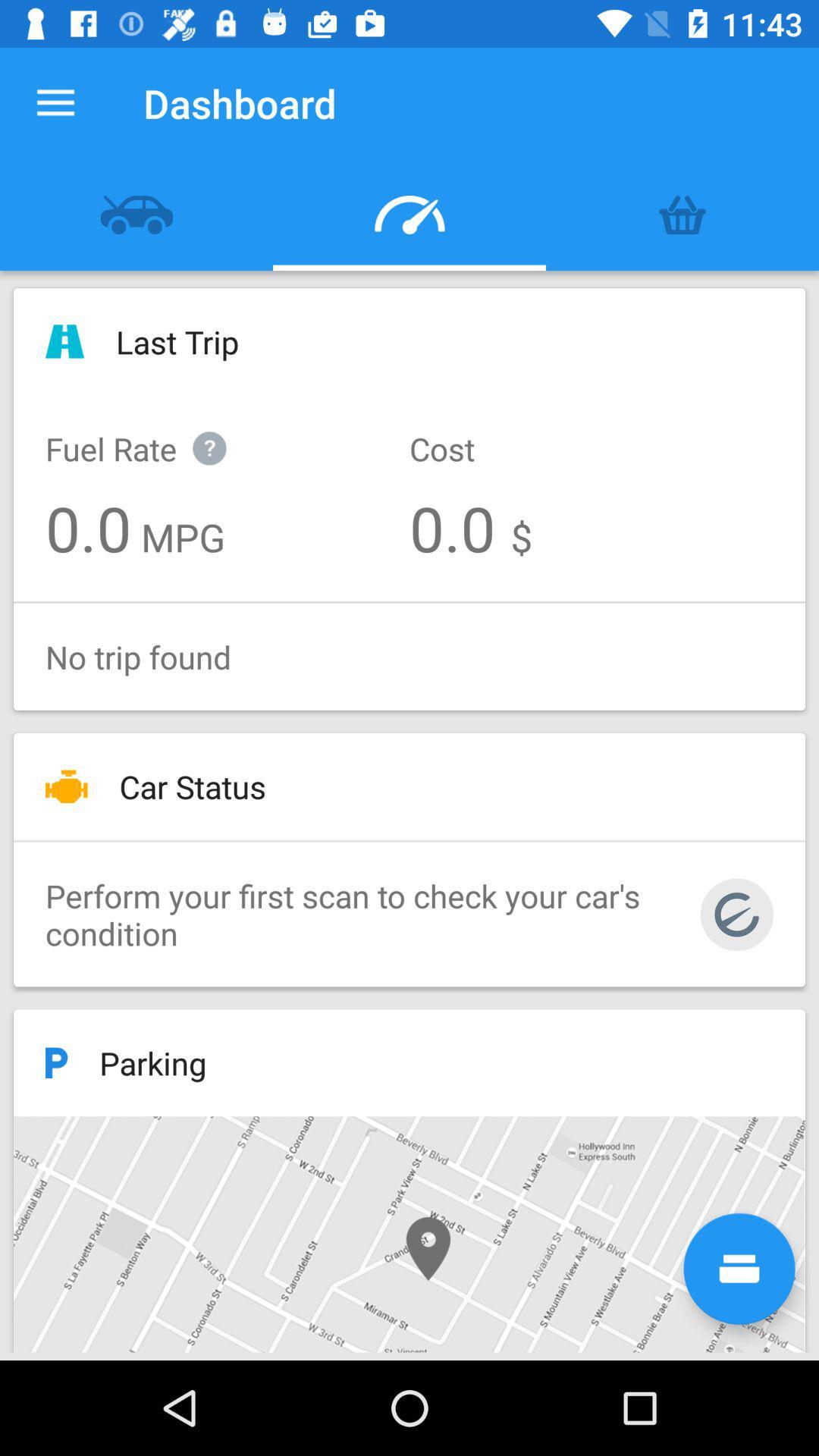 This screenshot has width=819, height=1456. What do you see at coordinates (55, 102) in the screenshot?
I see `the item to the left of the dashboard icon` at bounding box center [55, 102].